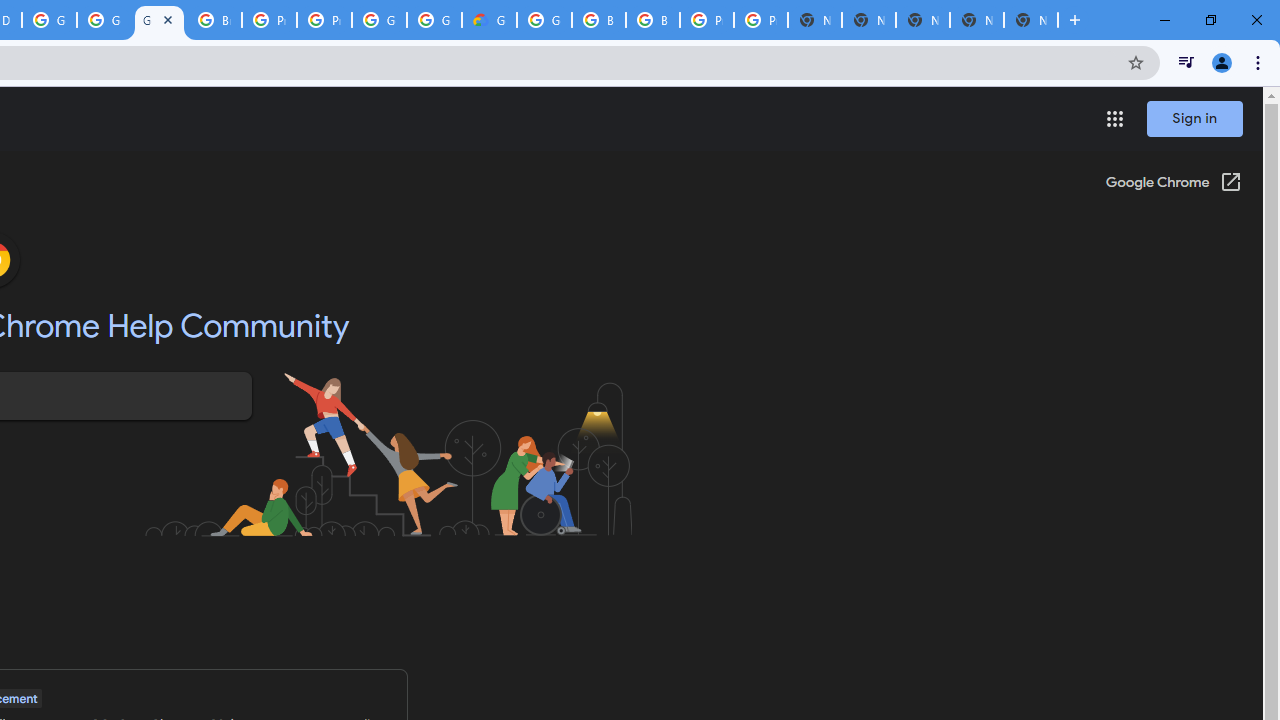  I want to click on 'Close', so click(167, 19).